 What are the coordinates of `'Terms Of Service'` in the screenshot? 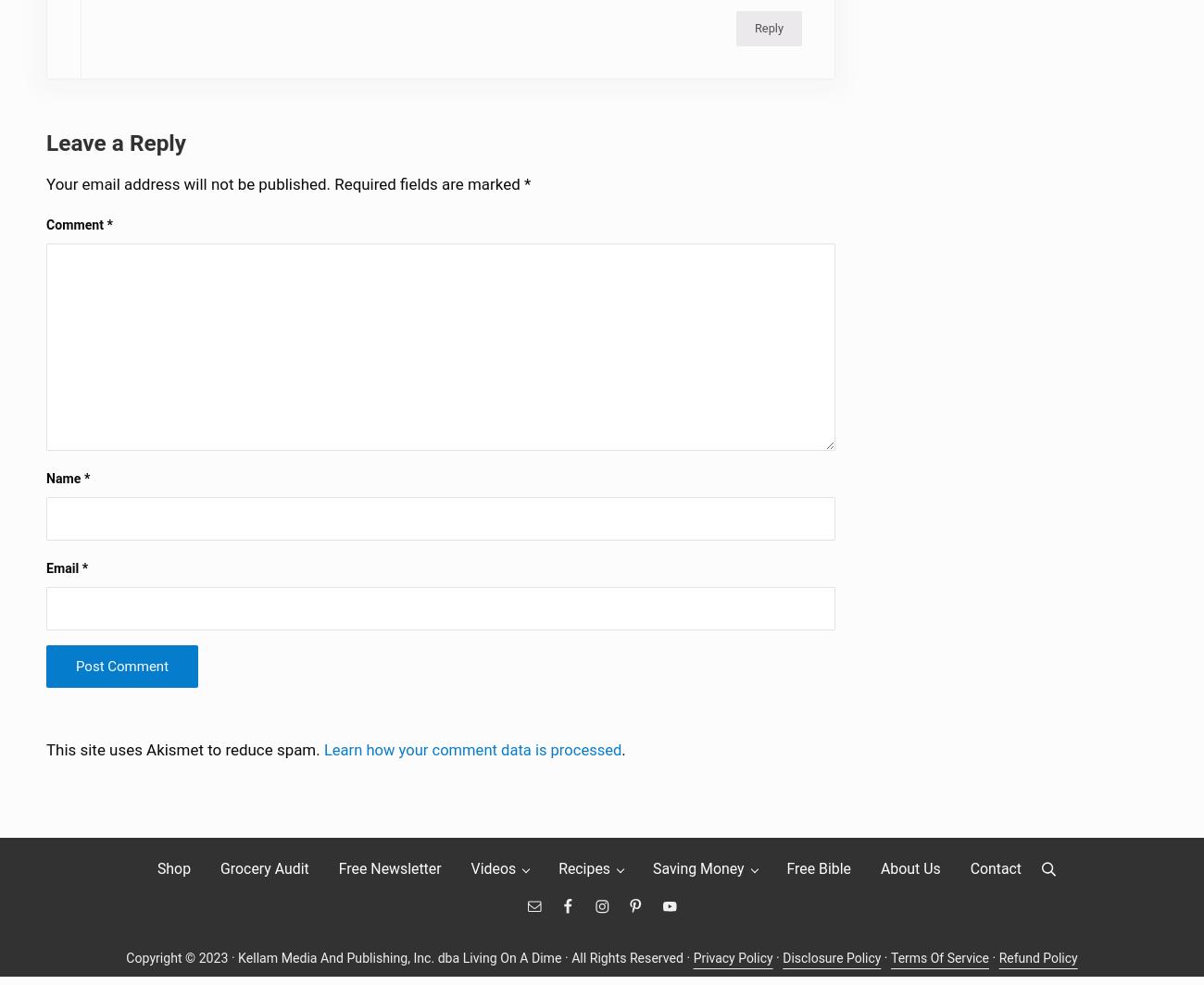 It's located at (939, 970).